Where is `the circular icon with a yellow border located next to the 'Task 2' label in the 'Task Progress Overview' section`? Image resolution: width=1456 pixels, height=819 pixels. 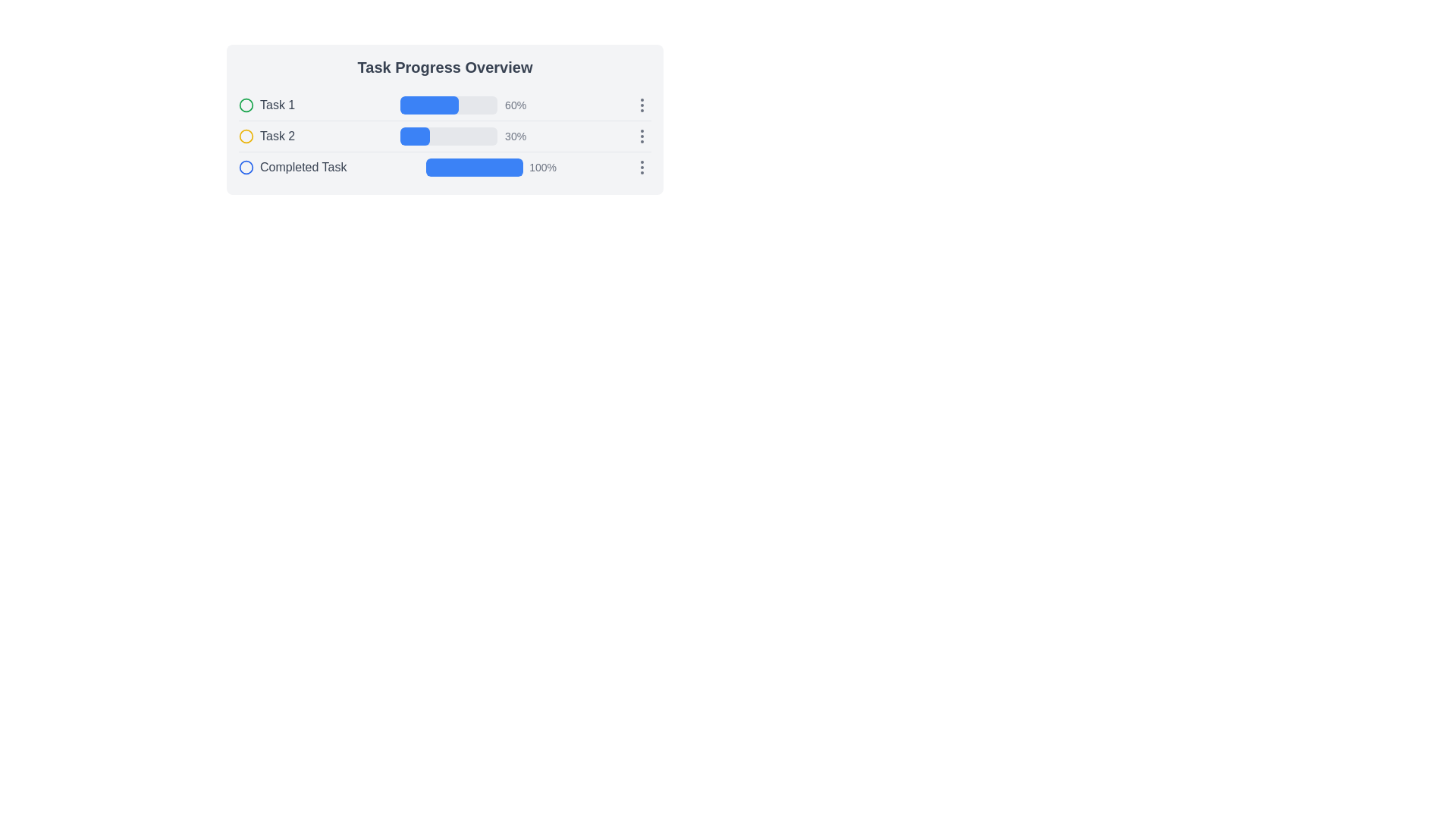
the circular icon with a yellow border located next to the 'Task 2' label in the 'Task Progress Overview' section is located at coordinates (246, 136).